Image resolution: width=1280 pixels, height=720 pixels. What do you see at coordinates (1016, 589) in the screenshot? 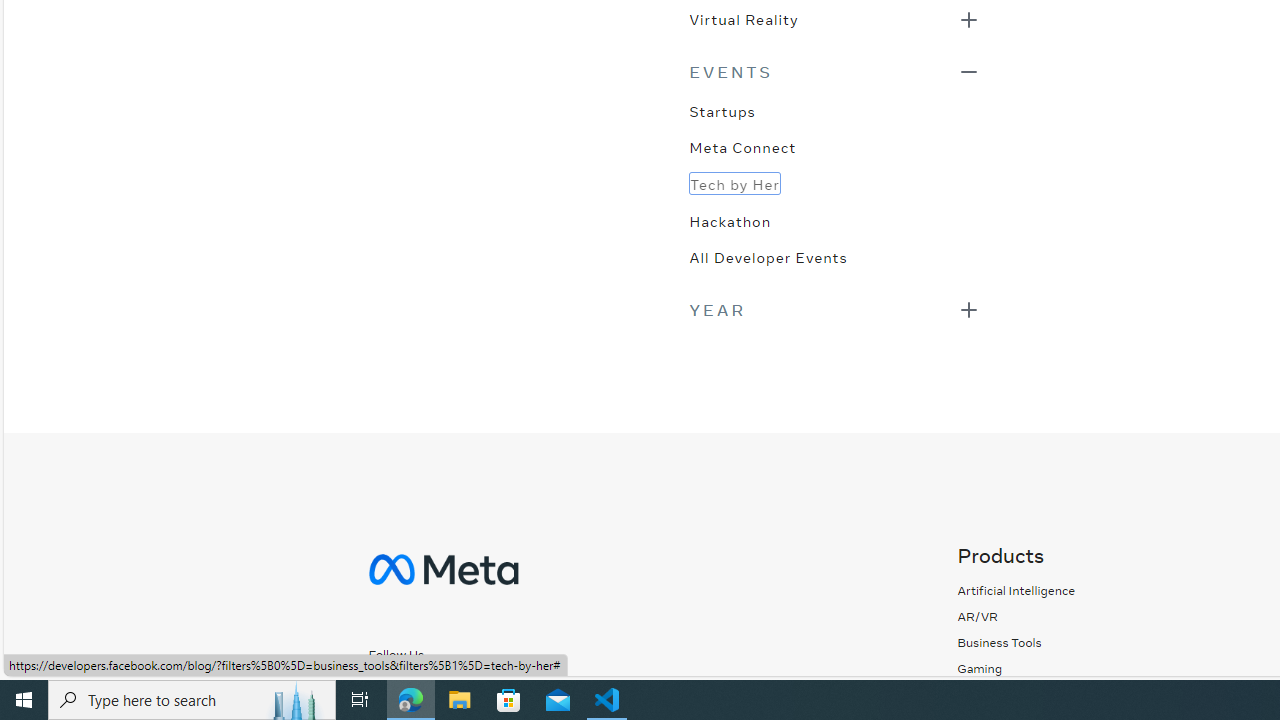
I see `'Artificial Intelligence'` at bounding box center [1016, 589].